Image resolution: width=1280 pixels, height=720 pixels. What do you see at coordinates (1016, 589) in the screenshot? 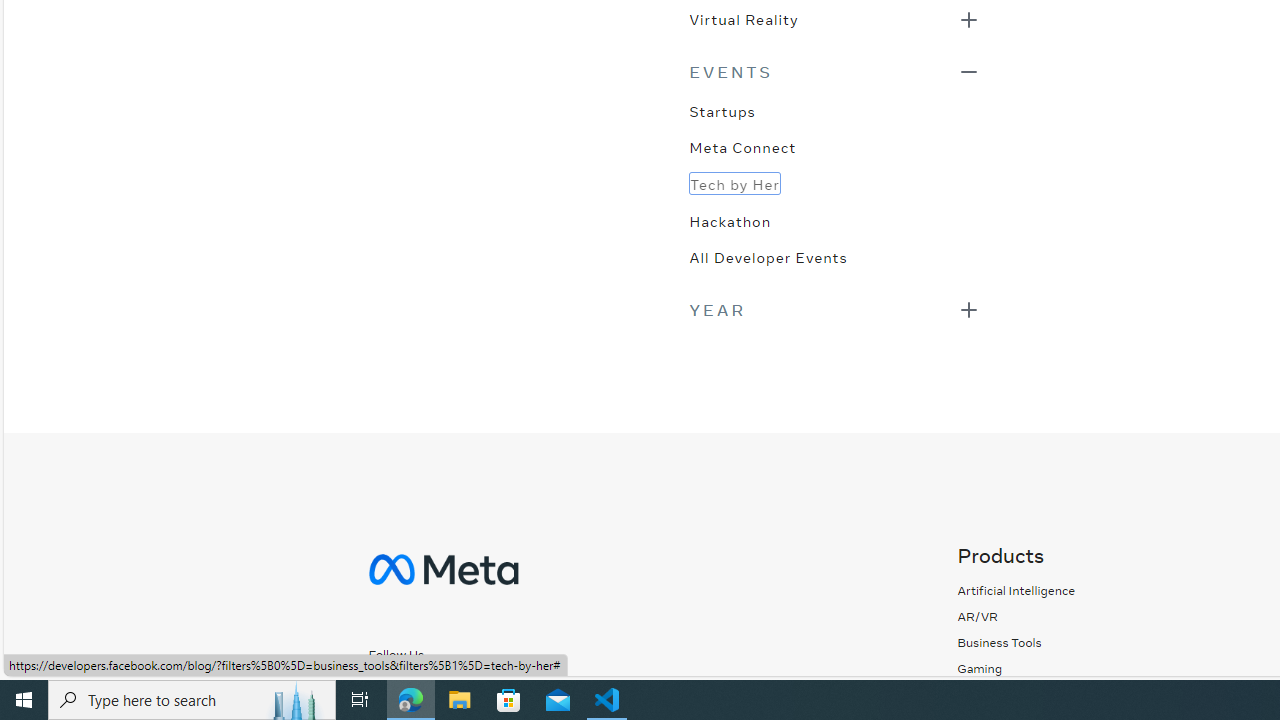
I see `'Artificial Intelligence'` at bounding box center [1016, 589].